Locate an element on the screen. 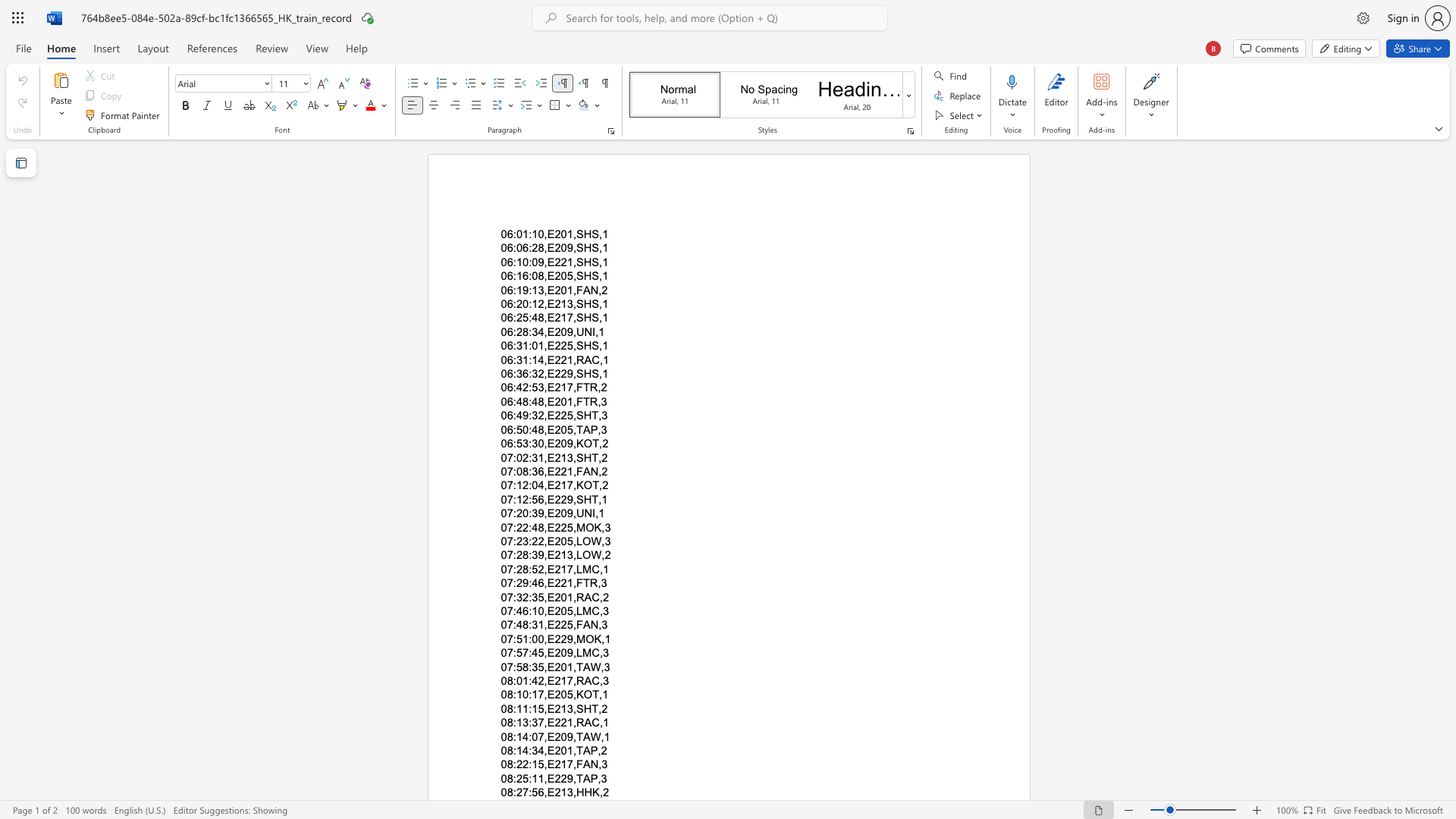  the space between the continuous character "0" and "6" in the text is located at coordinates (507, 346).